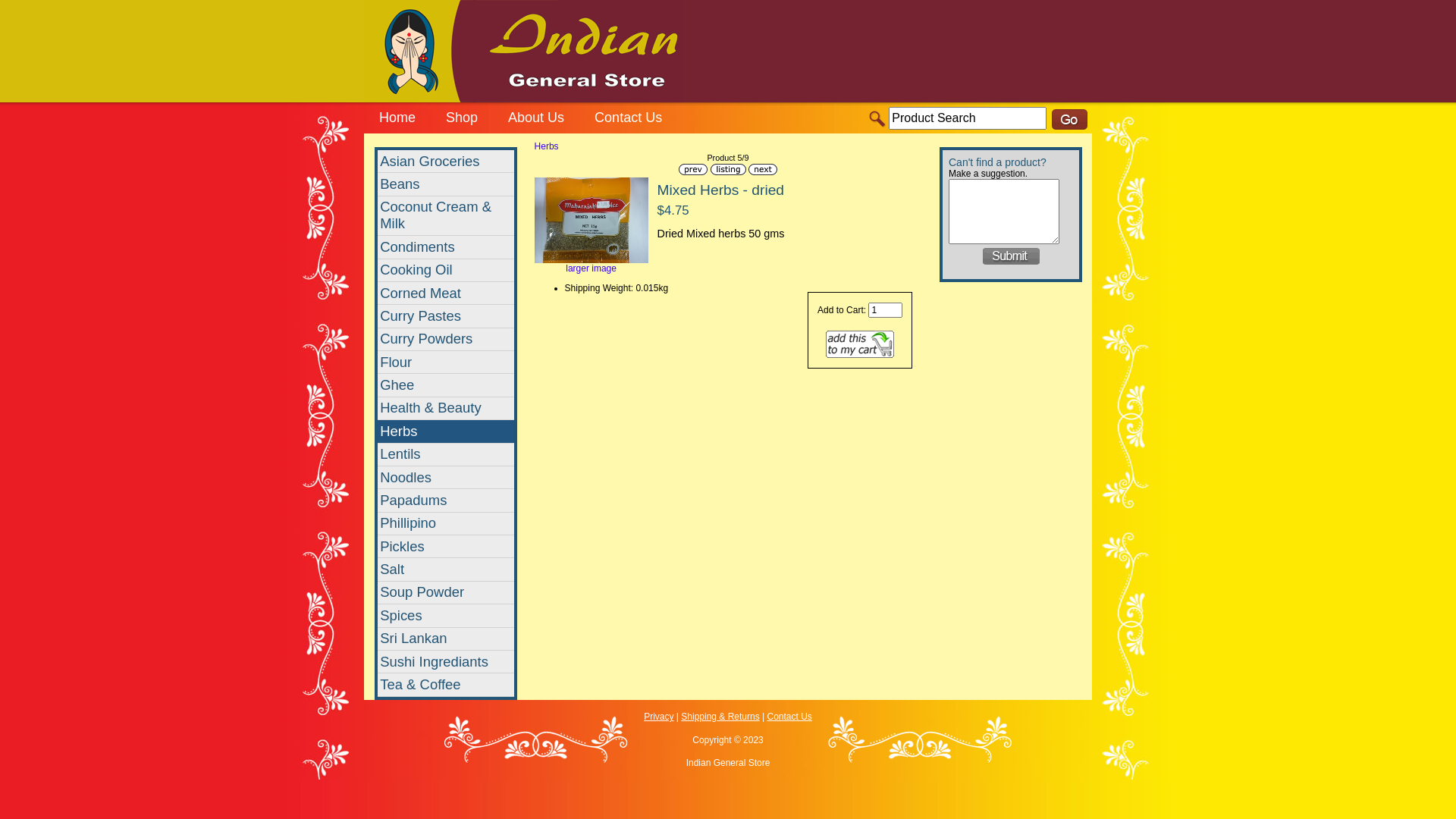  I want to click on 'Asian Groceries', so click(445, 161).